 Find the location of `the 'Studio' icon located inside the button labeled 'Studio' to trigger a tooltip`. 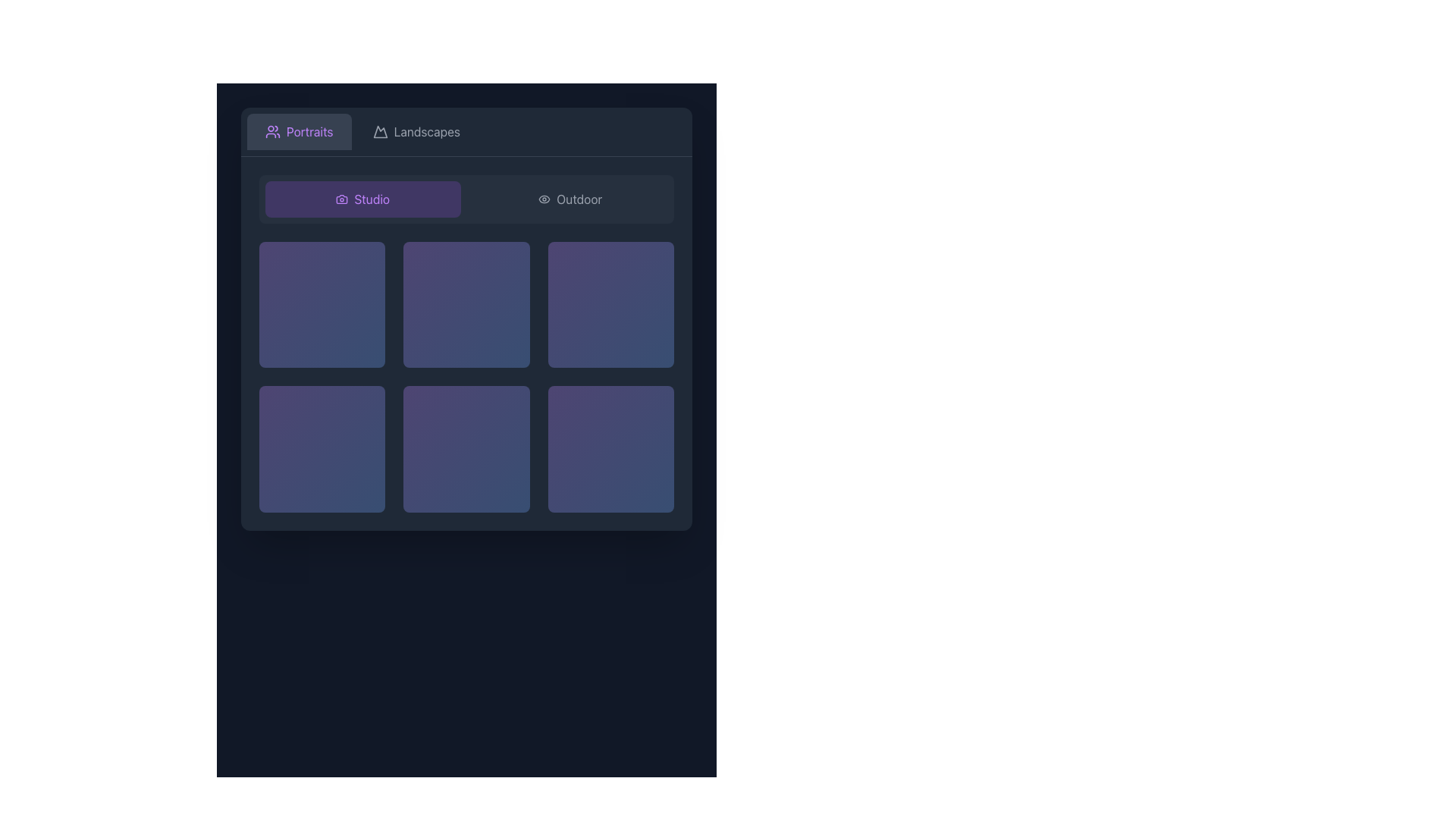

the 'Studio' icon located inside the button labeled 'Studio' to trigger a tooltip is located at coordinates (341, 198).